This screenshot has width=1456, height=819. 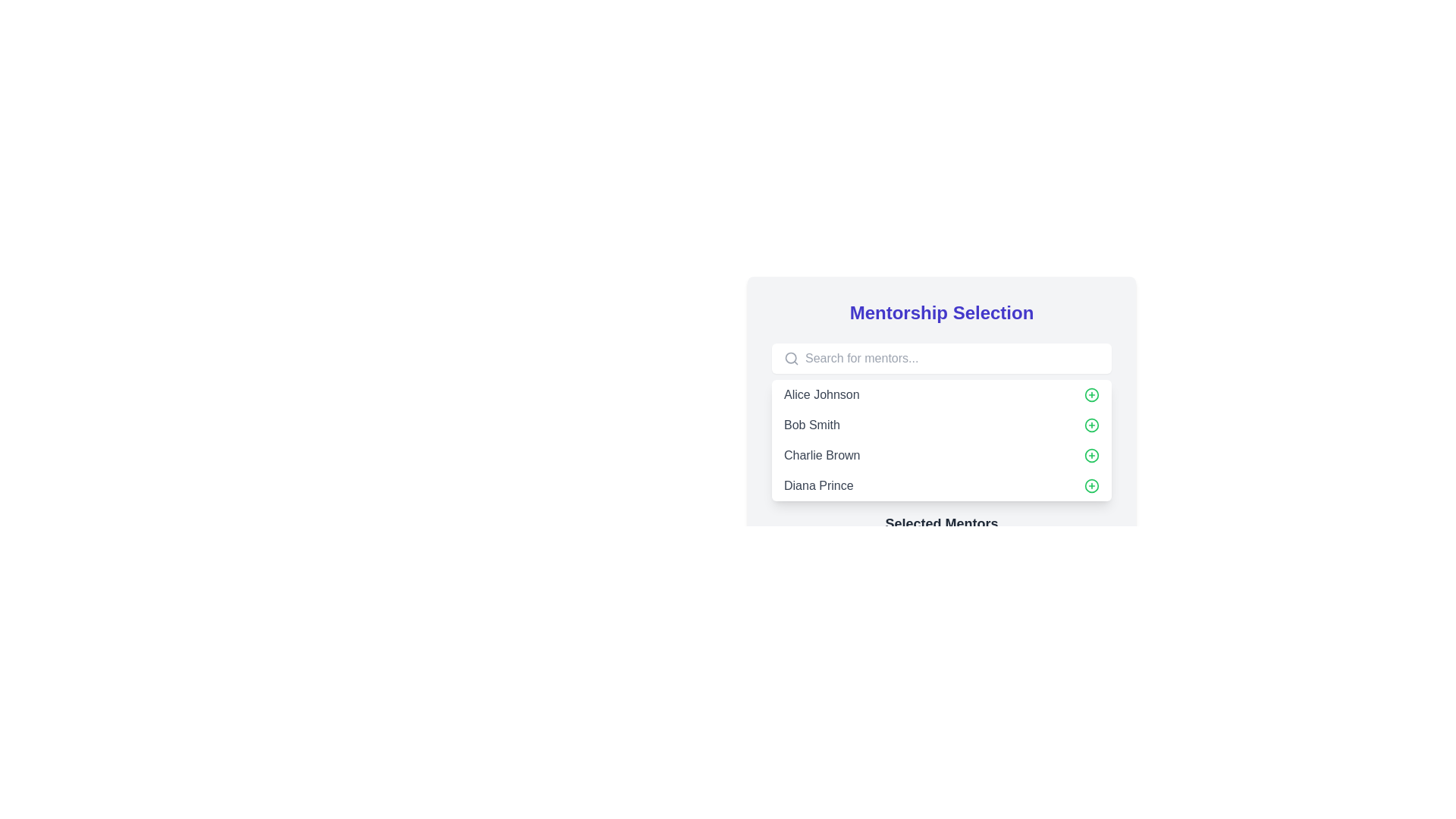 I want to click on the SVG Circle icon with a green border that resembles a '+' symbol, located to the right of 'Diana Prince' in the 'Mentorship Selection' panel, so click(x=1092, y=485).